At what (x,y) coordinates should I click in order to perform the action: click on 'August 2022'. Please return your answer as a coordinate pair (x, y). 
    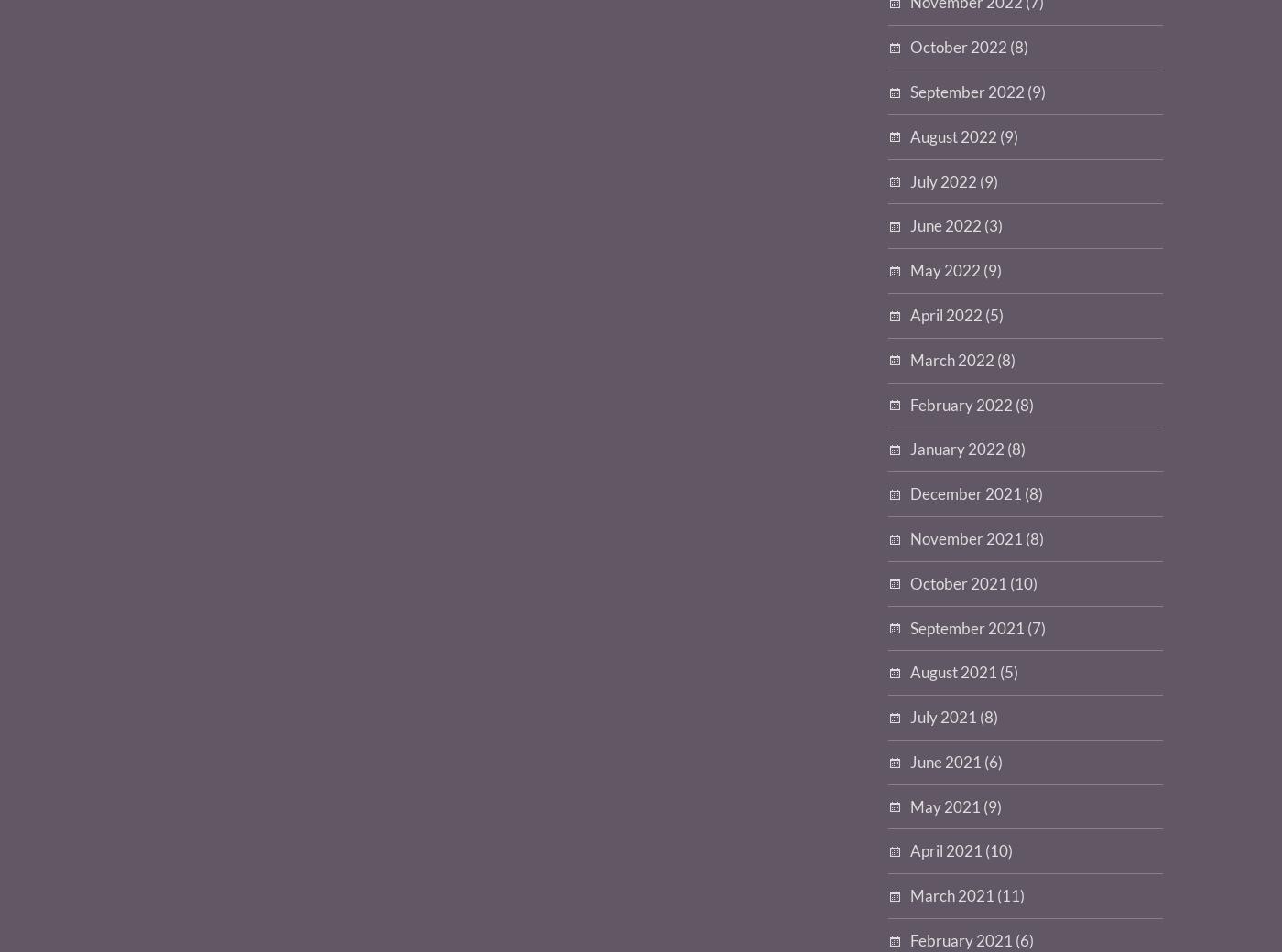
    Looking at the image, I should click on (953, 135).